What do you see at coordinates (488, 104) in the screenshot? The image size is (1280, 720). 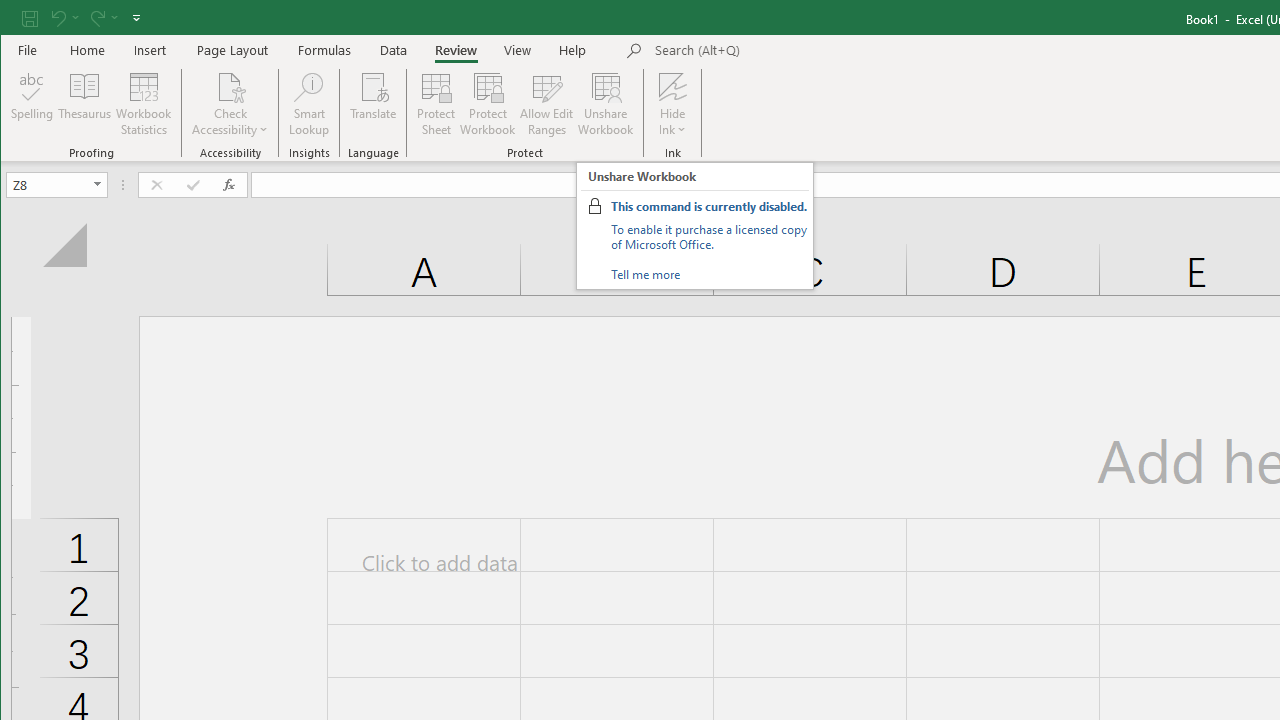 I see `'Protect Workbook...'` at bounding box center [488, 104].